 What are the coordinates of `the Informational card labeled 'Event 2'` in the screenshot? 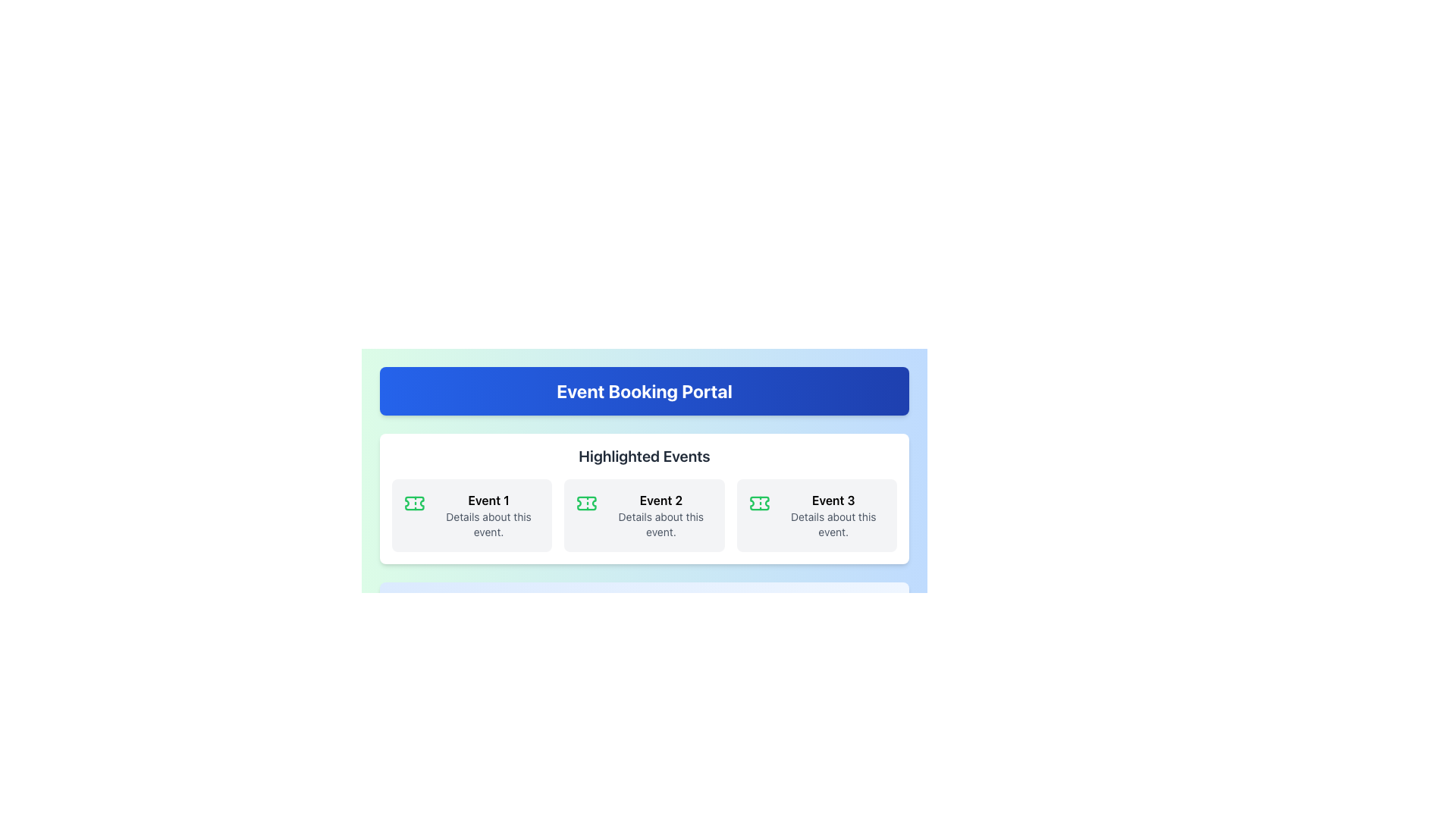 It's located at (644, 514).